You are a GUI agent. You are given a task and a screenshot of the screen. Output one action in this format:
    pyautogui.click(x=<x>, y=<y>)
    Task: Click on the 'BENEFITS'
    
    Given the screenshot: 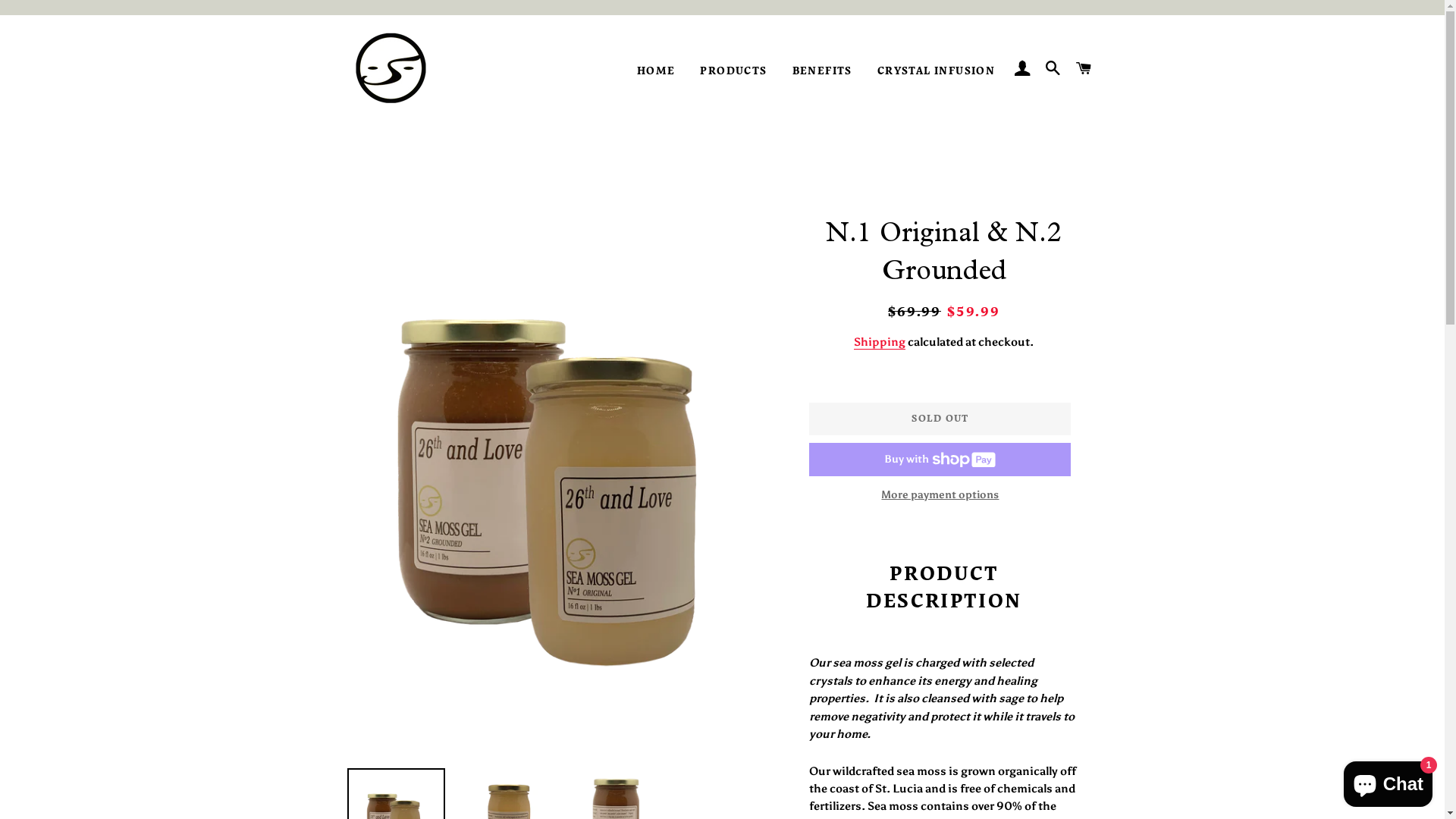 What is the action you would take?
    pyautogui.click(x=821, y=71)
    